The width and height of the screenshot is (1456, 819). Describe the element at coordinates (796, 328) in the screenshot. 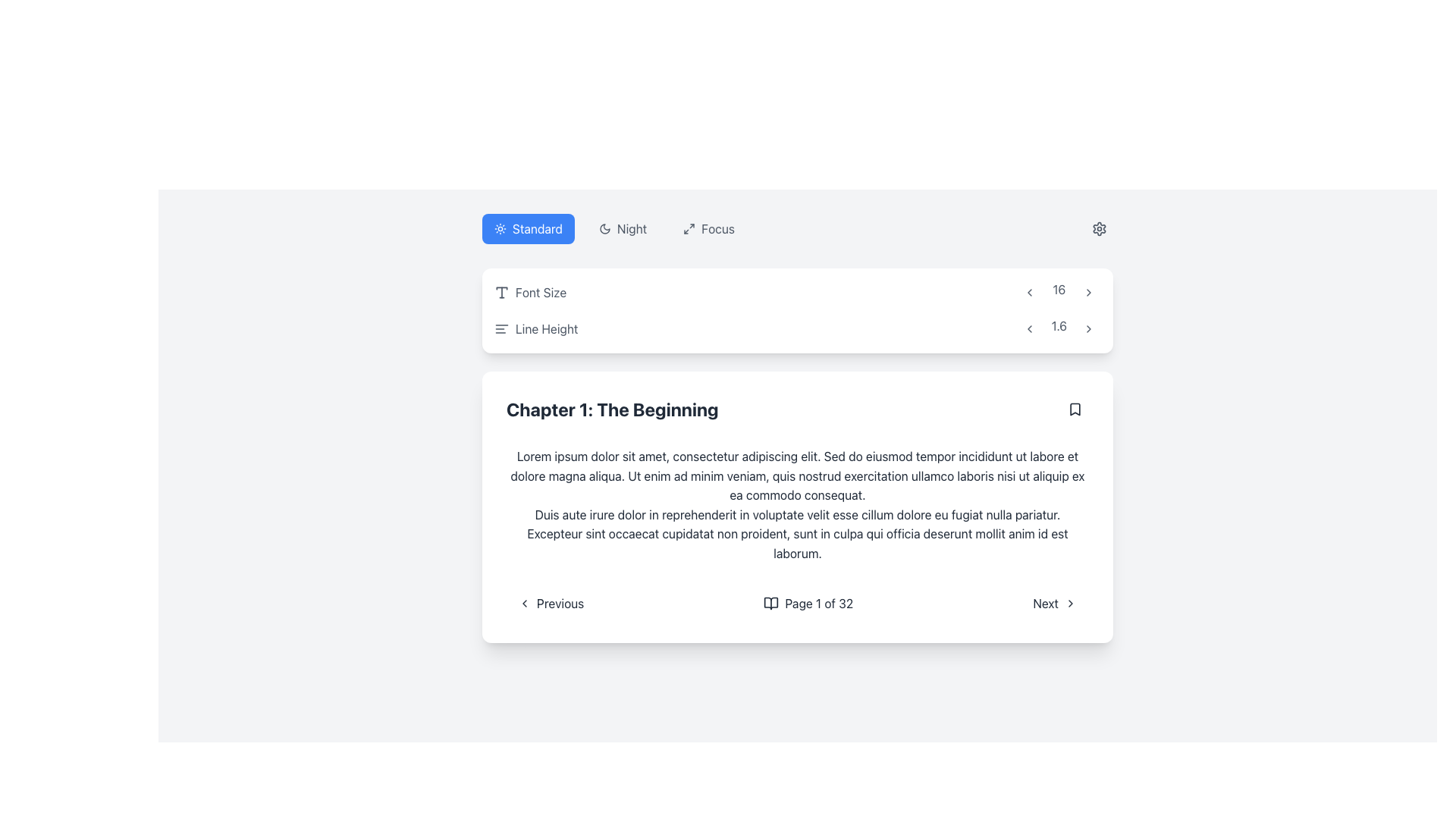

I see `the chevrons in the Interactive row for adjusting line height, located beneath the 'Font Size' adjustment row` at that location.